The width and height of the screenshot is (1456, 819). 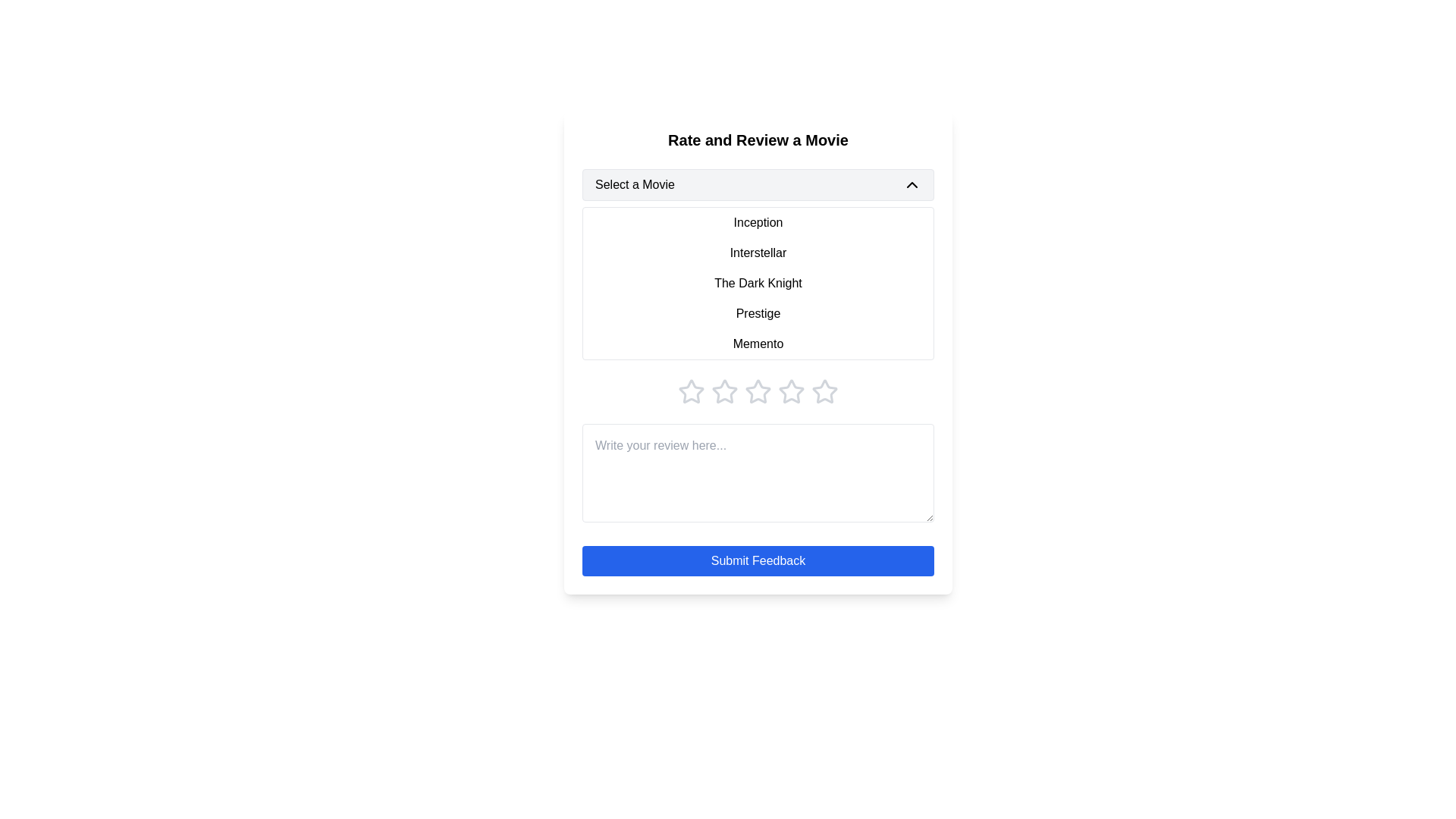 I want to click on the third rating star icon in the 'Rate and Review a Movie' section to select the third rating level out of five, so click(x=758, y=391).